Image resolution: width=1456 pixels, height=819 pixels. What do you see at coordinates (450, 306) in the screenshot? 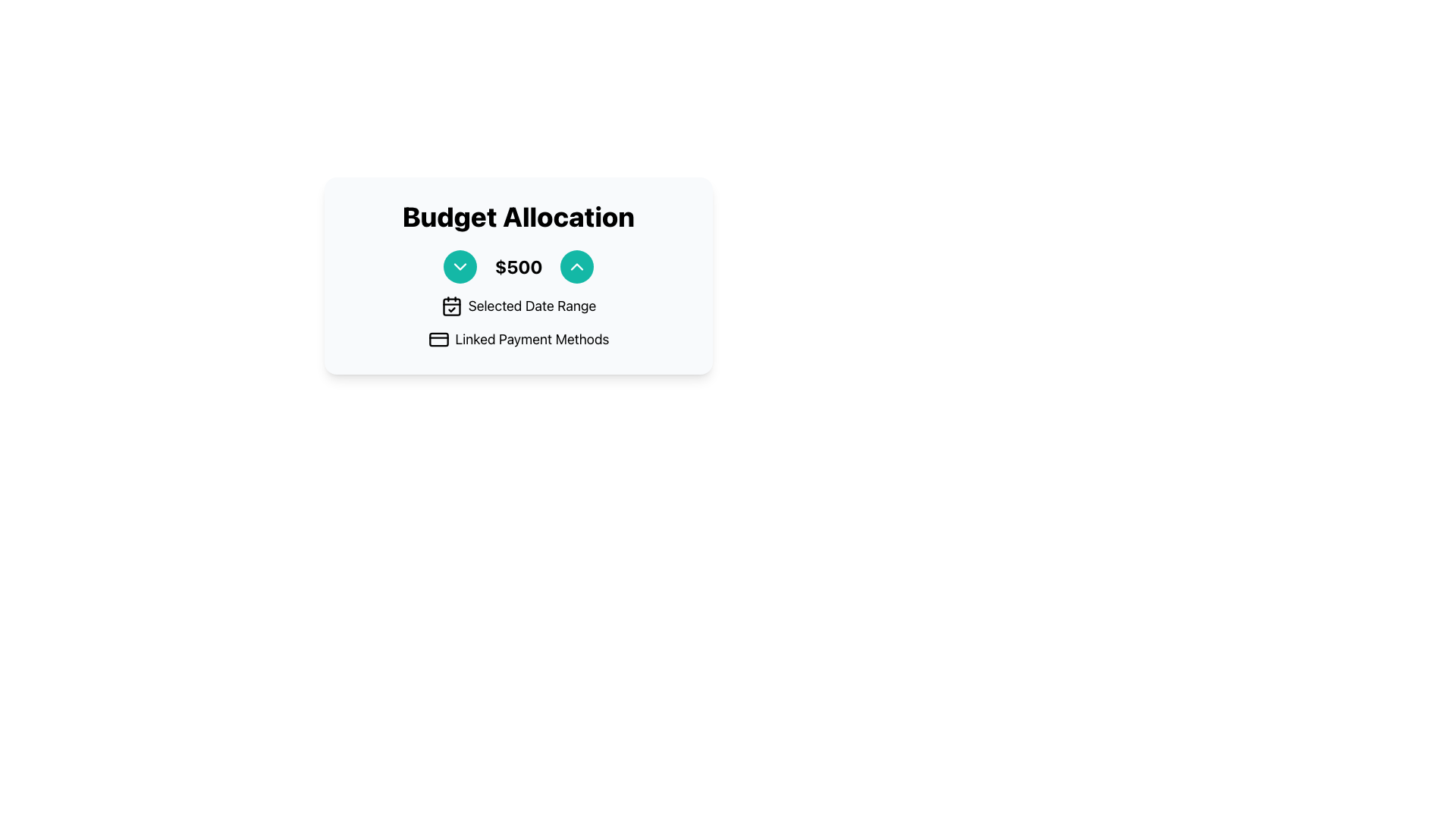
I see `the calendar icon with a checkmark located to the left of the 'Selected Date Range' label under the 'Budget Allocation' section` at bounding box center [450, 306].